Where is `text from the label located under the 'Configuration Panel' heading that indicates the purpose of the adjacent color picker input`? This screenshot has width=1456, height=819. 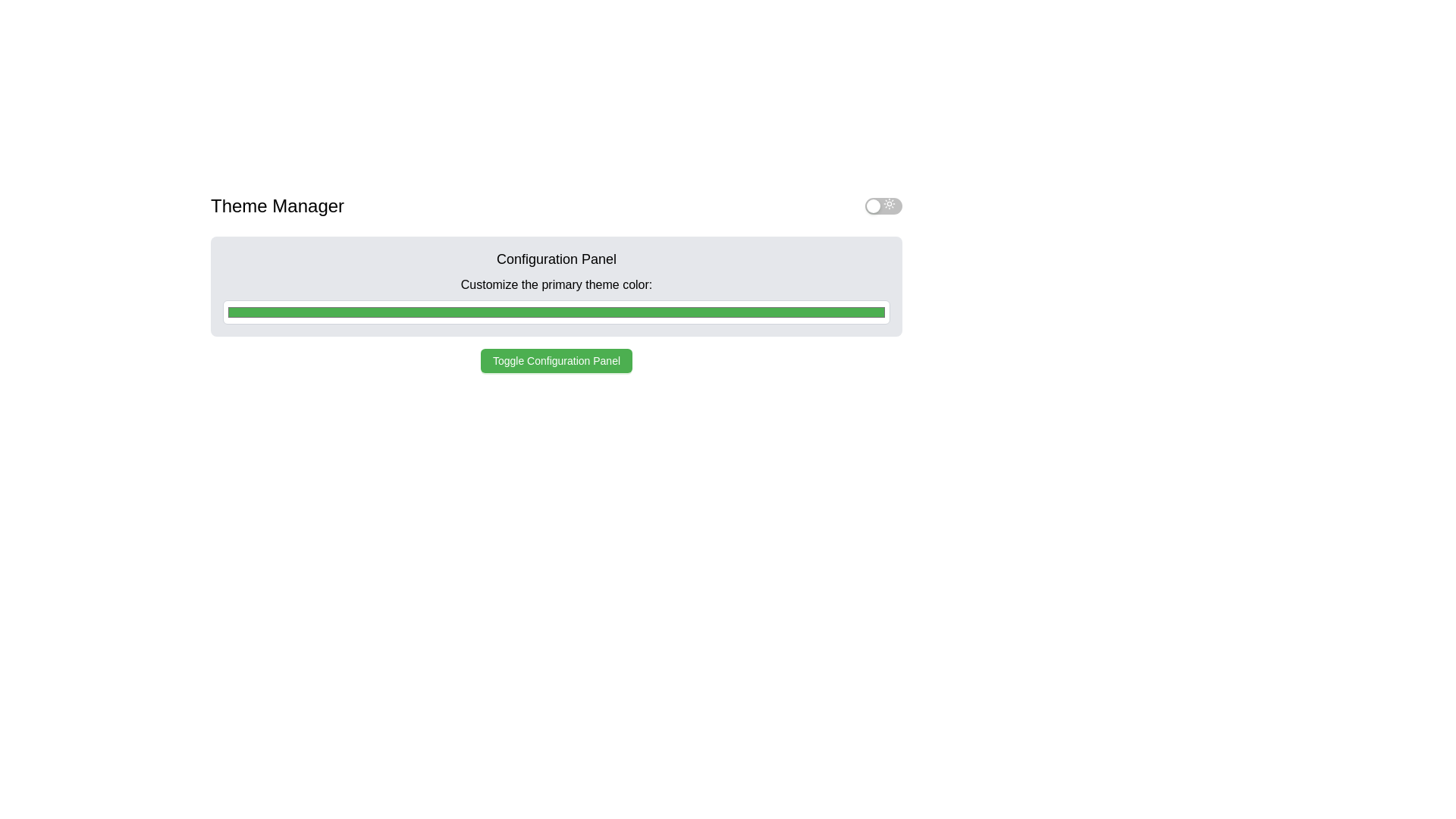
text from the label located under the 'Configuration Panel' heading that indicates the purpose of the adjacent color picker input is located at coordinates (556, 284).